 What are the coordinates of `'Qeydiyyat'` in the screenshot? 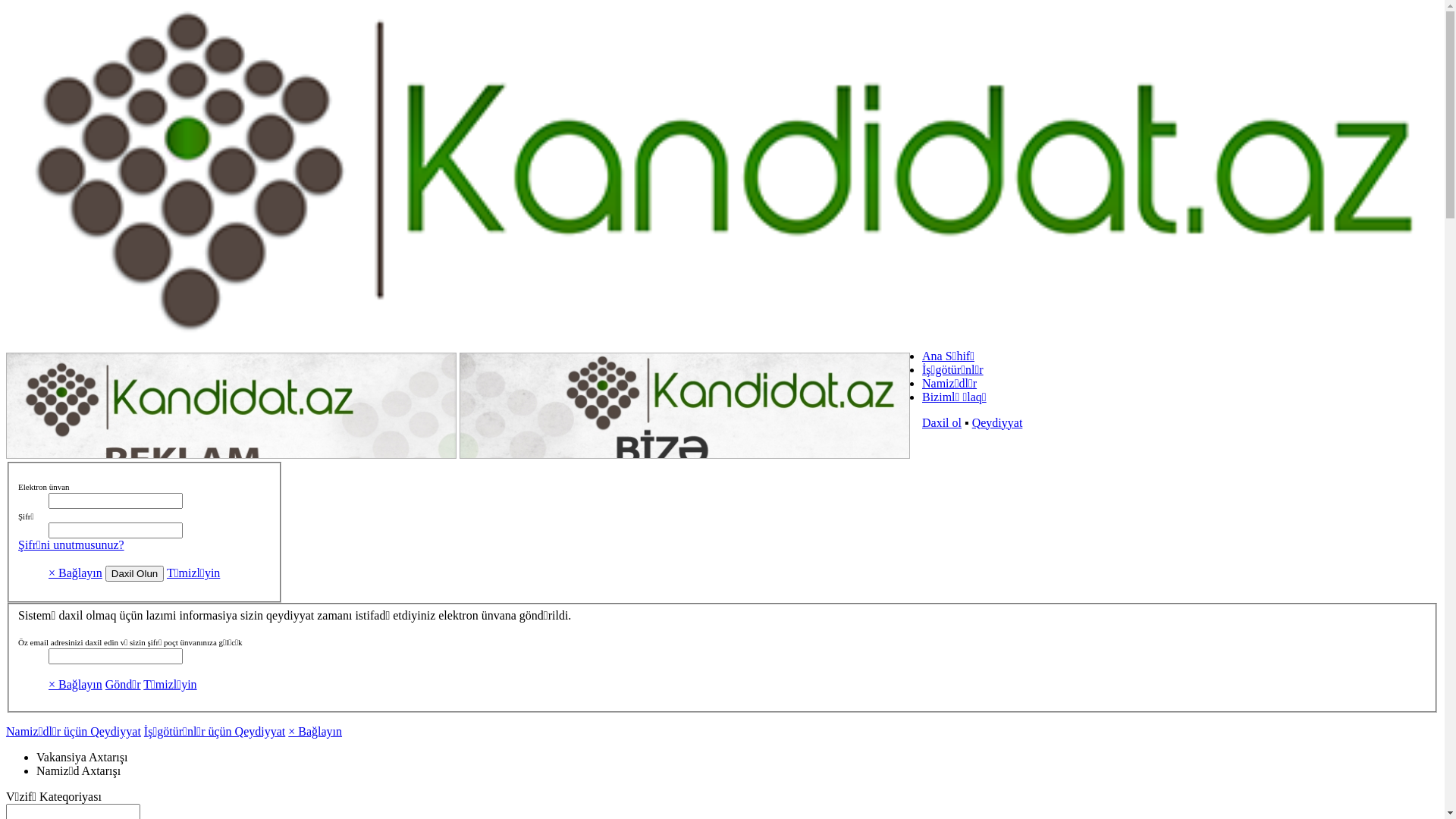 It's located at (997, 422).